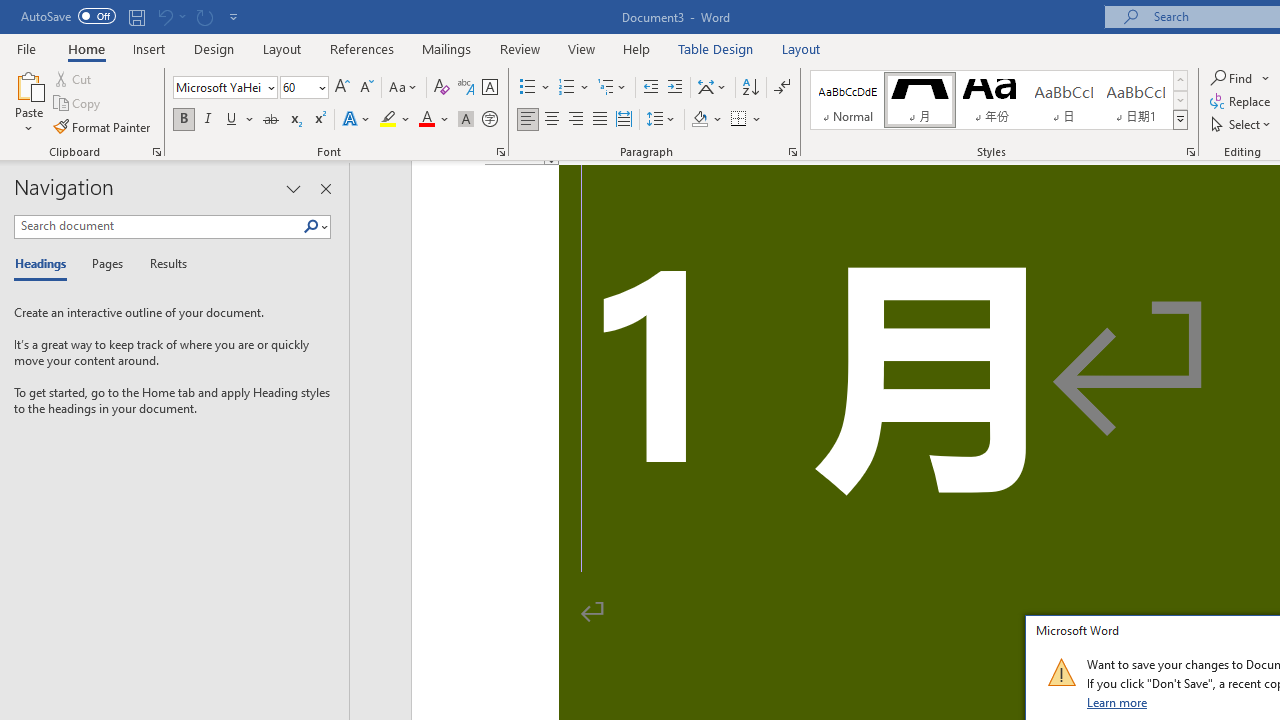  What do you see at coordinates (528, 119) in the screenshot?
I see `'Align Left'` at bounding box center [528, 119].